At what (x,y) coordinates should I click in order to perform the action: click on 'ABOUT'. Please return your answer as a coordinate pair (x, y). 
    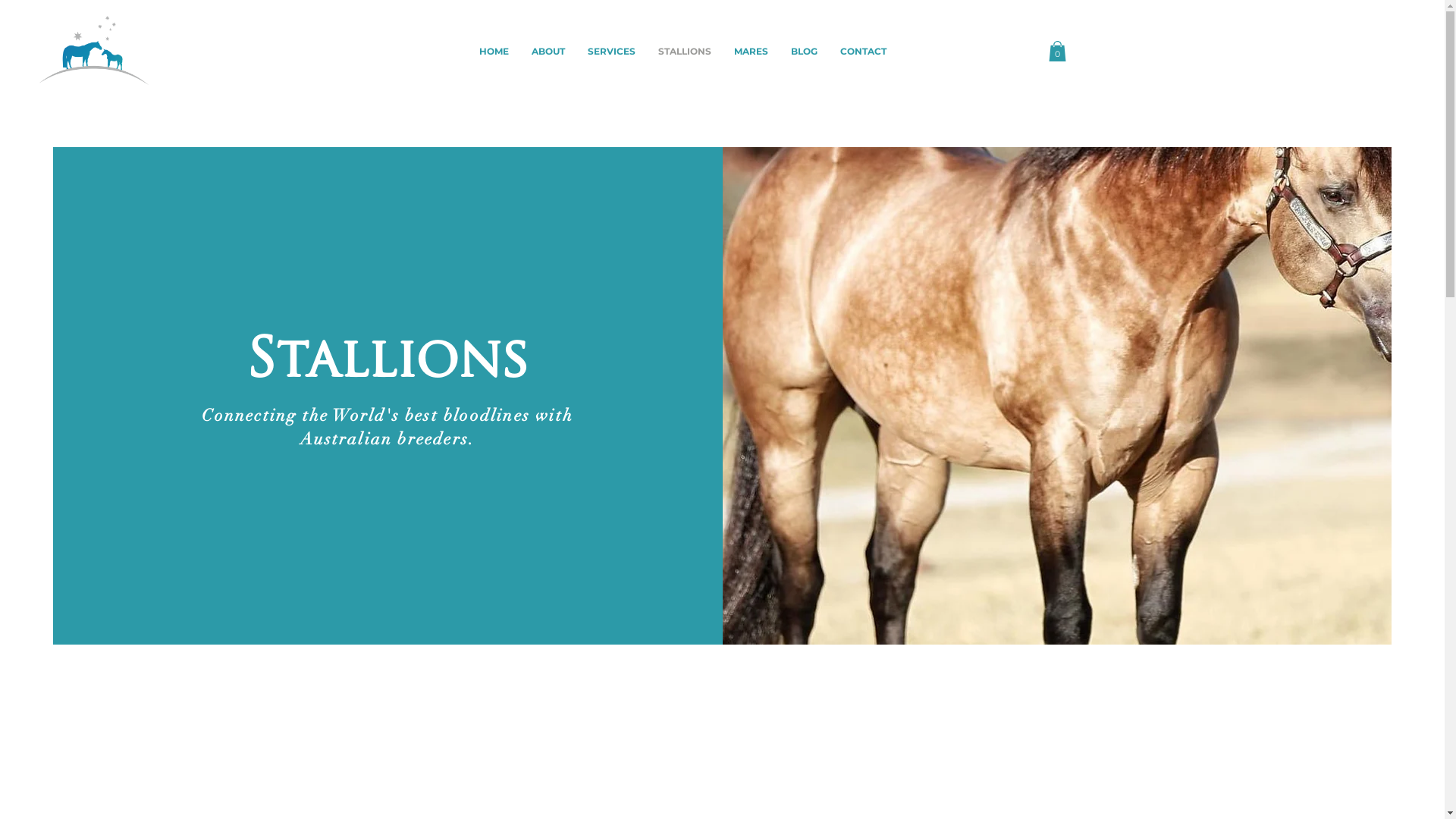
    Looking at the image, I should click on (520, 50).